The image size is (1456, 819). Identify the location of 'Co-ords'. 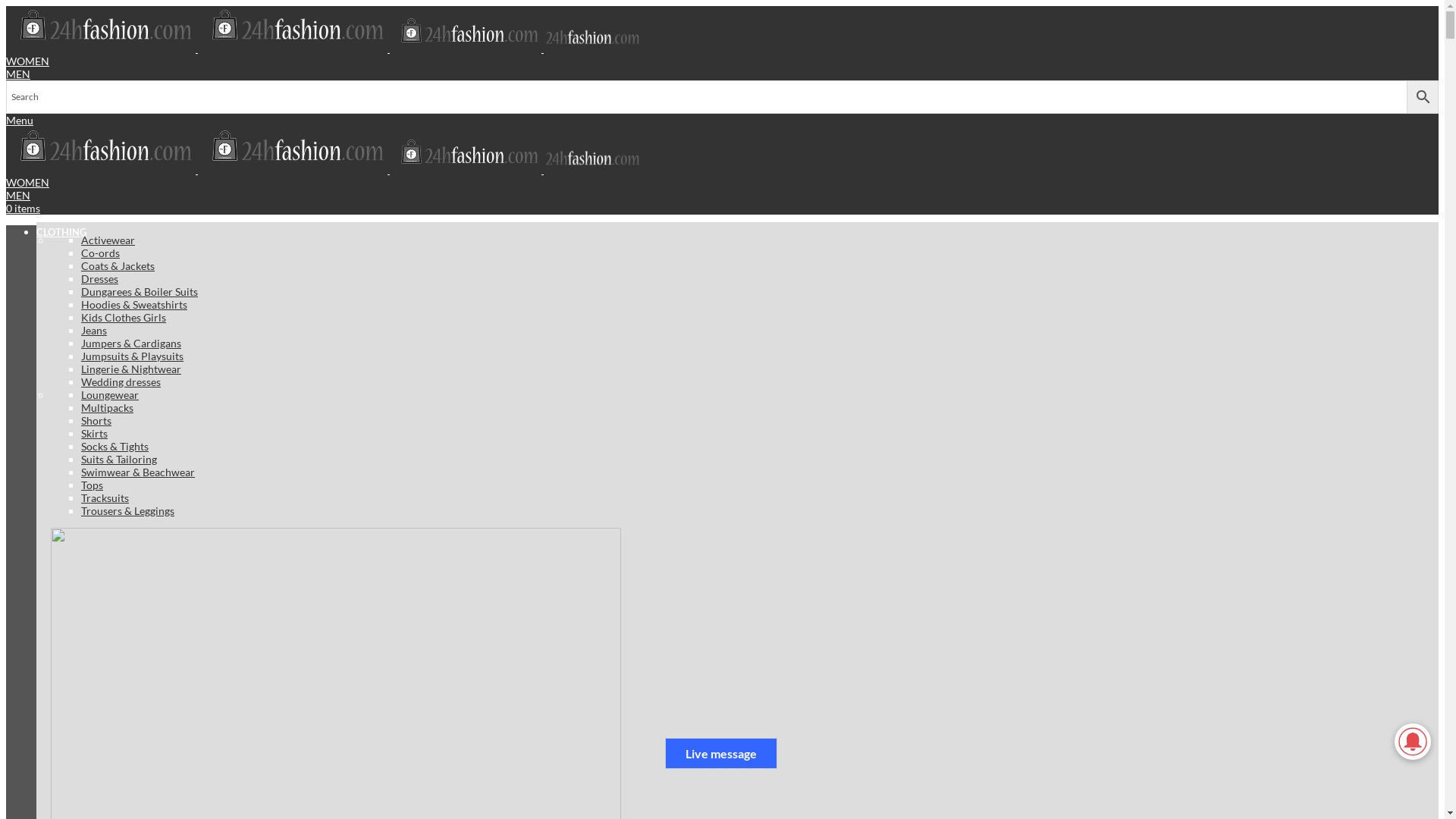
(99, 251).